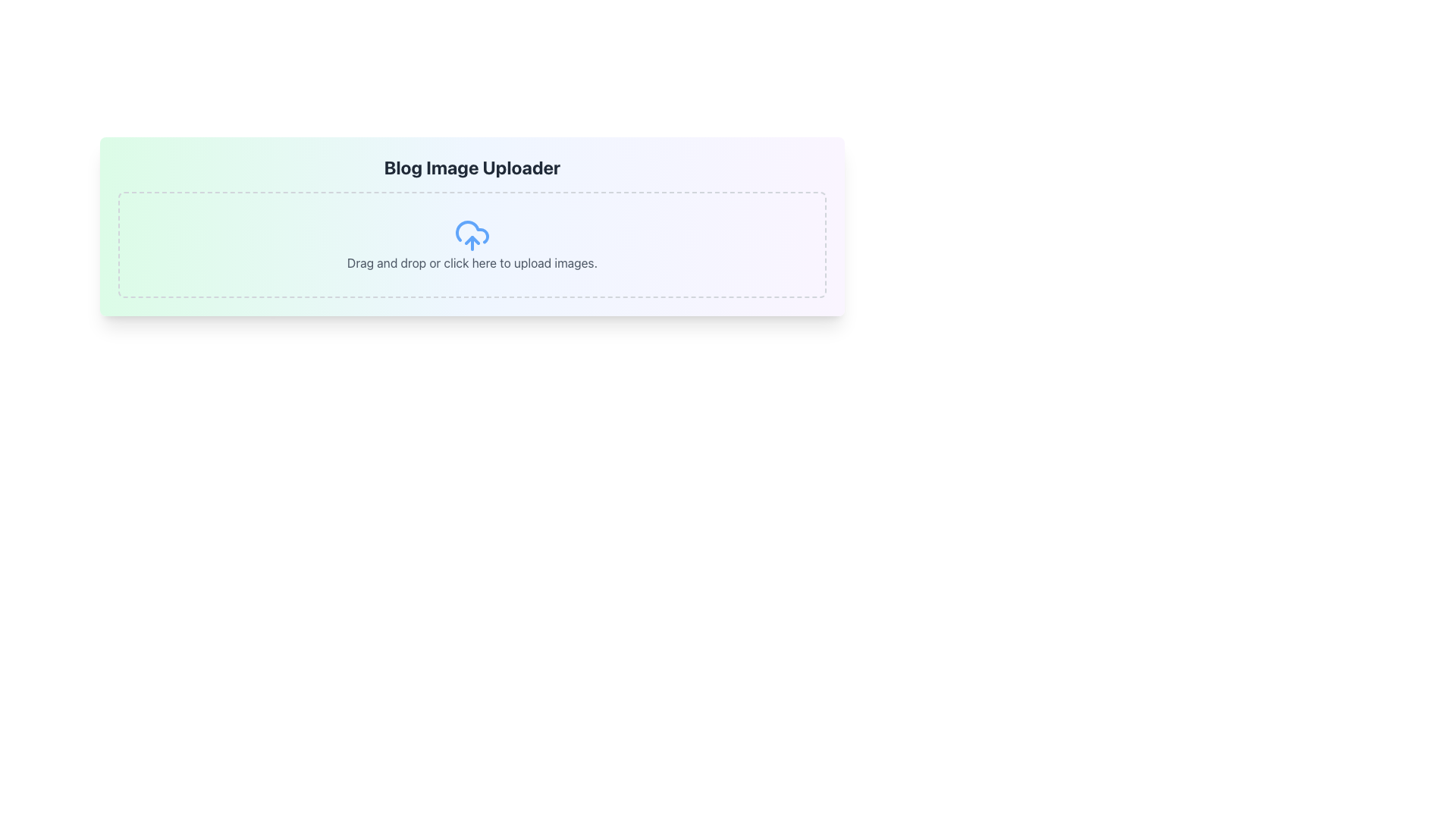 Image resolution: width=1456 pixels, height=819 pixels. Describe the element at coordinates (472, 244) in the screenshot. I see `the invisible file input field located within the dashed-bordered upload box` at that location.